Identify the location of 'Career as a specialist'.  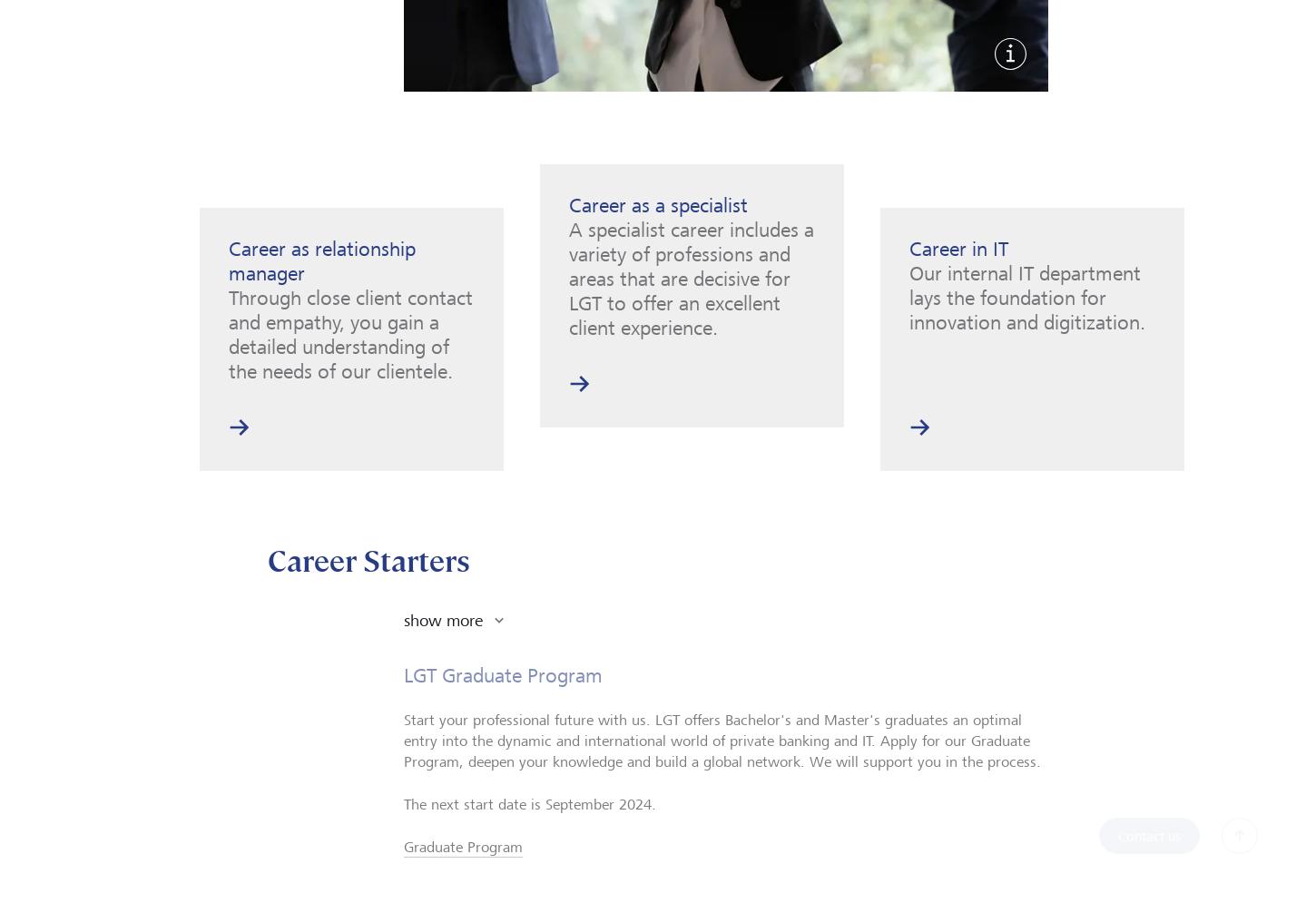
(567, 202).